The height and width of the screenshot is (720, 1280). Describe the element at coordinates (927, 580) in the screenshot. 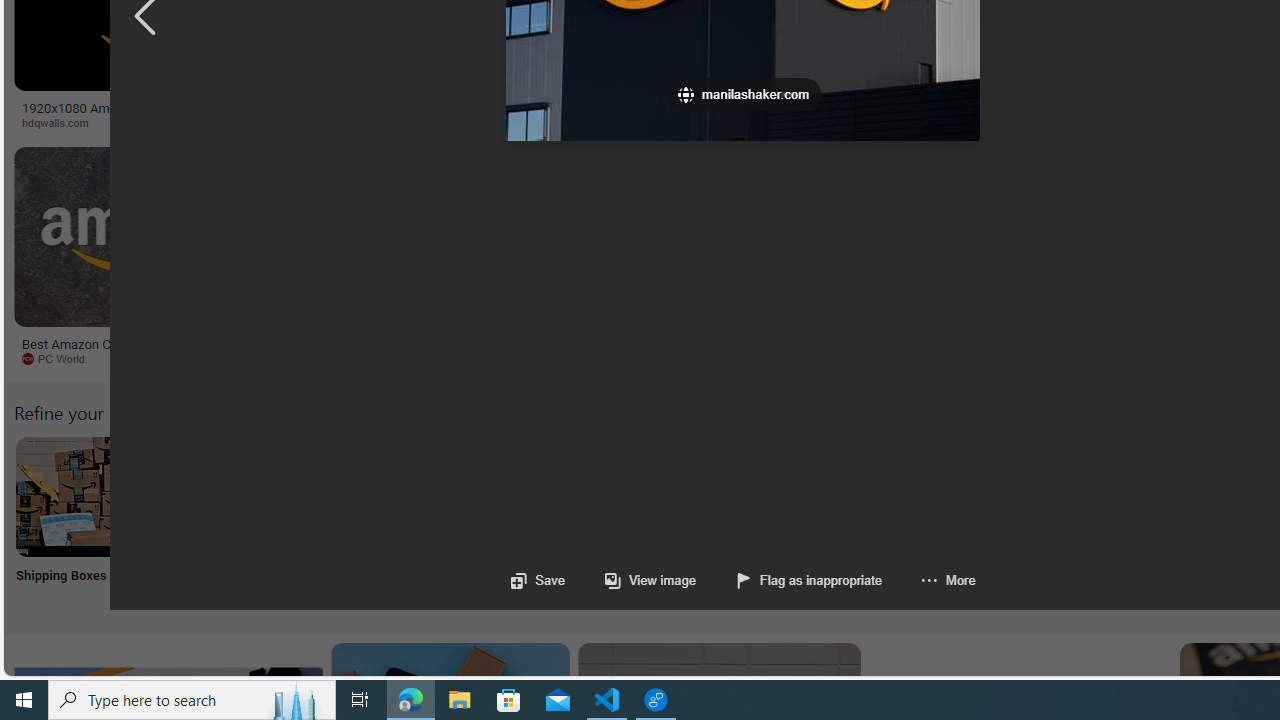

I see `'More'` at that location.